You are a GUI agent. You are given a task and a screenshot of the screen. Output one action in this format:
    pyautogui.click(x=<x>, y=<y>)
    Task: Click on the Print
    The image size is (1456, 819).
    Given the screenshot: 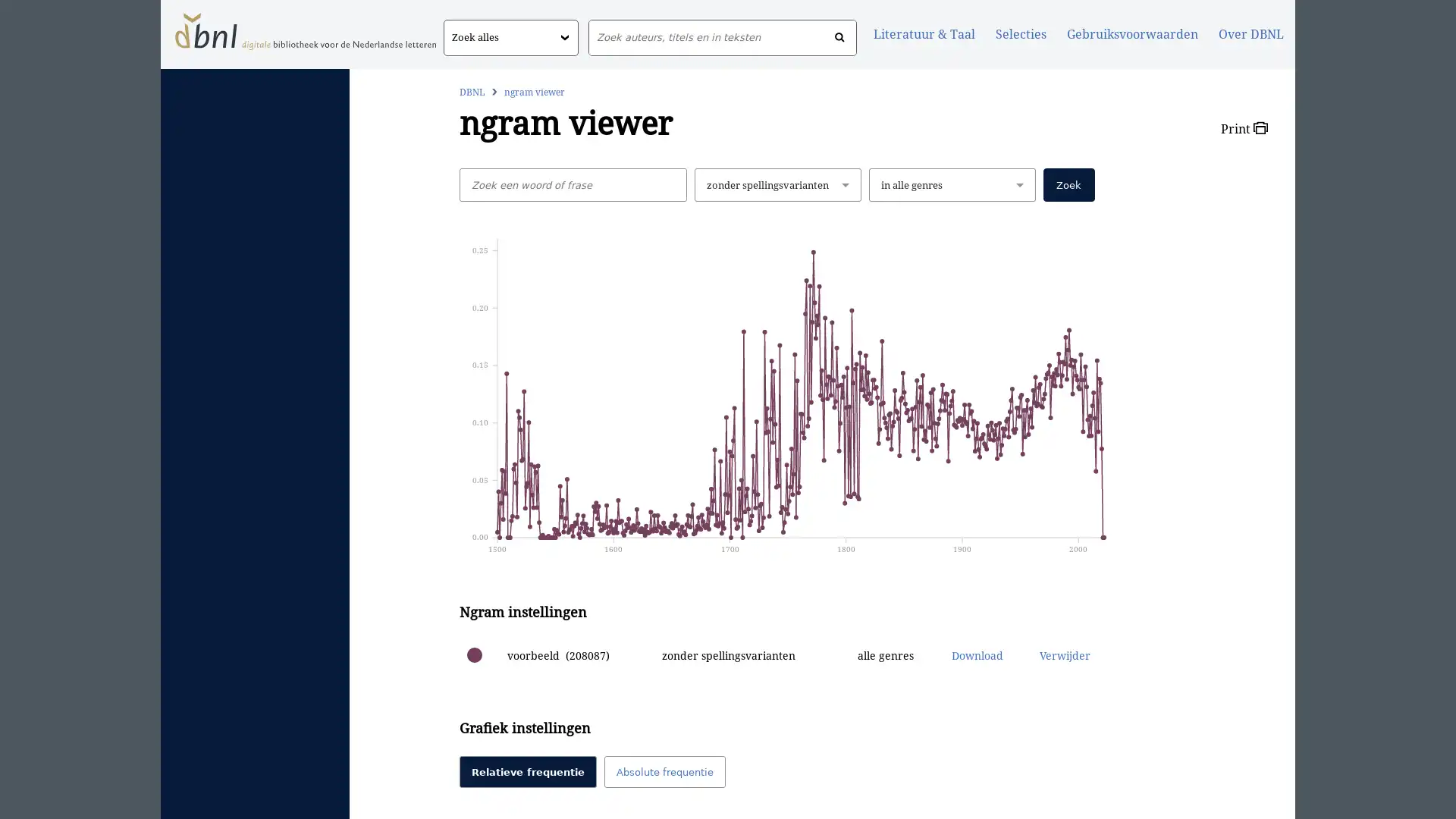 What is the action you would take?
    pyautogui.click(x=1244, y=127)
    